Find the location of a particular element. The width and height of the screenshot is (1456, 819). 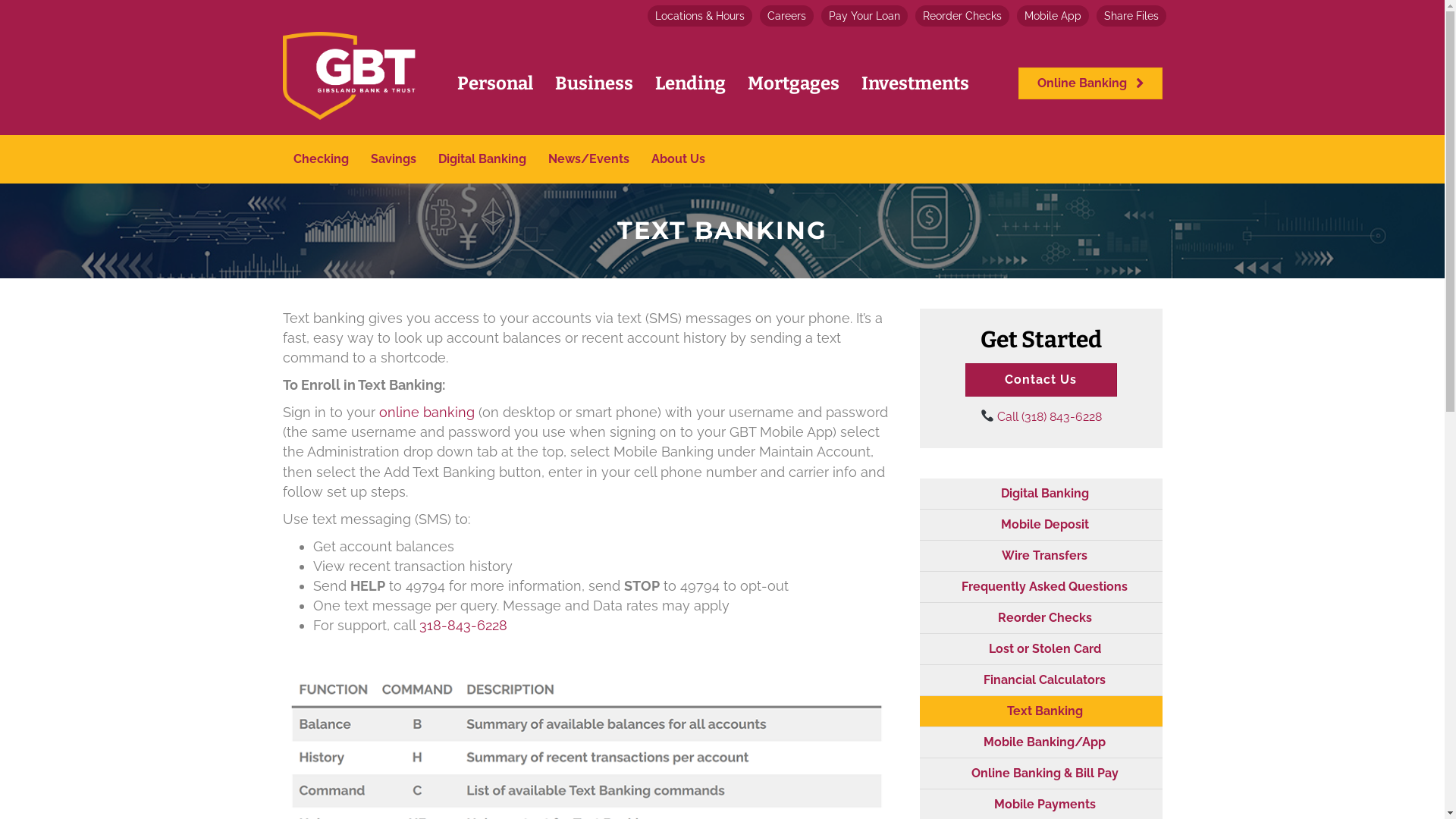

'Mobile App' is located at coordinates (1051, 15).